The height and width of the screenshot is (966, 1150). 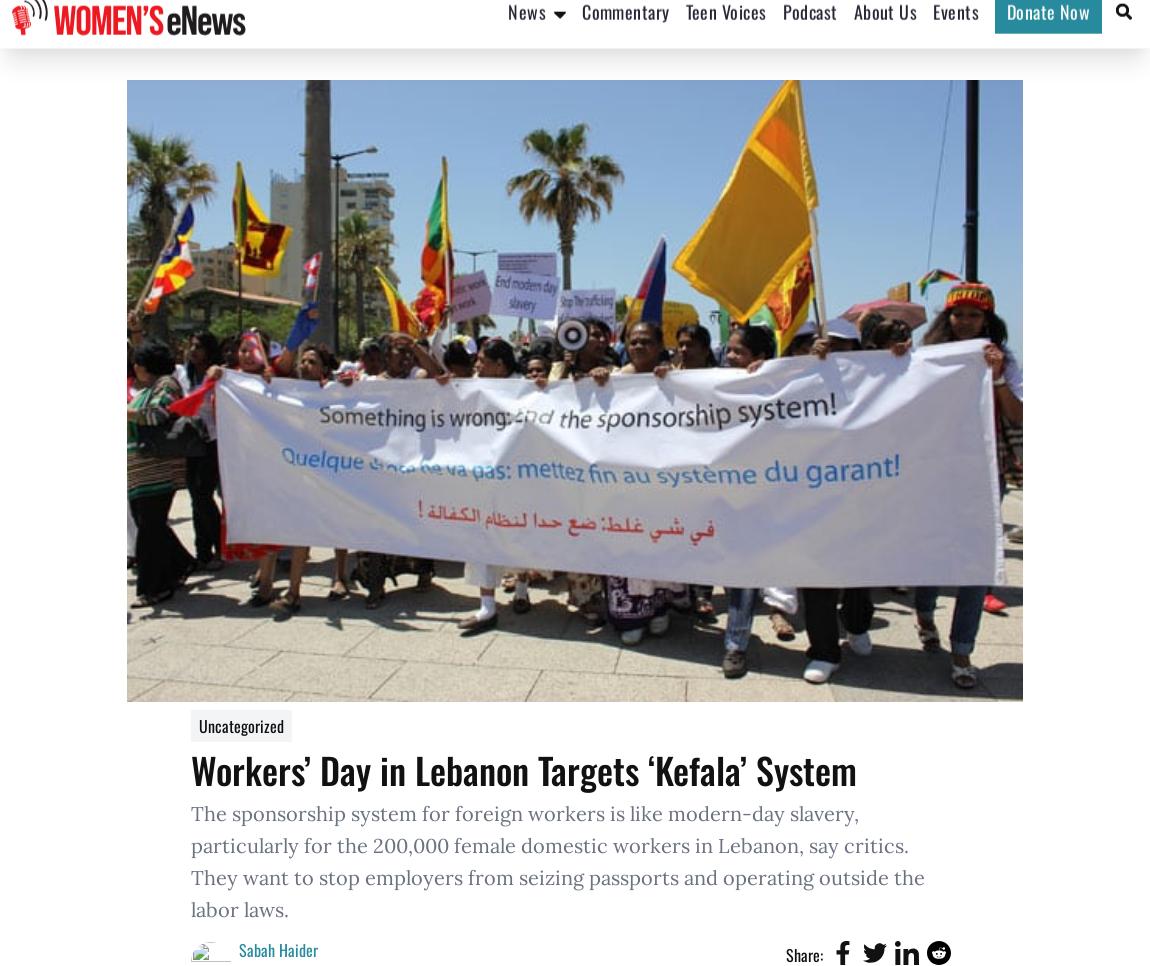 I want to click on 'The sponsorship system for foreign workers is like modern-day slavery, particularly for the 200,000 female domestic workers in Lebanon, say critics. They want to stop employers from seizing passports and operating outside the labor laws.', so click(x=557, y=860).